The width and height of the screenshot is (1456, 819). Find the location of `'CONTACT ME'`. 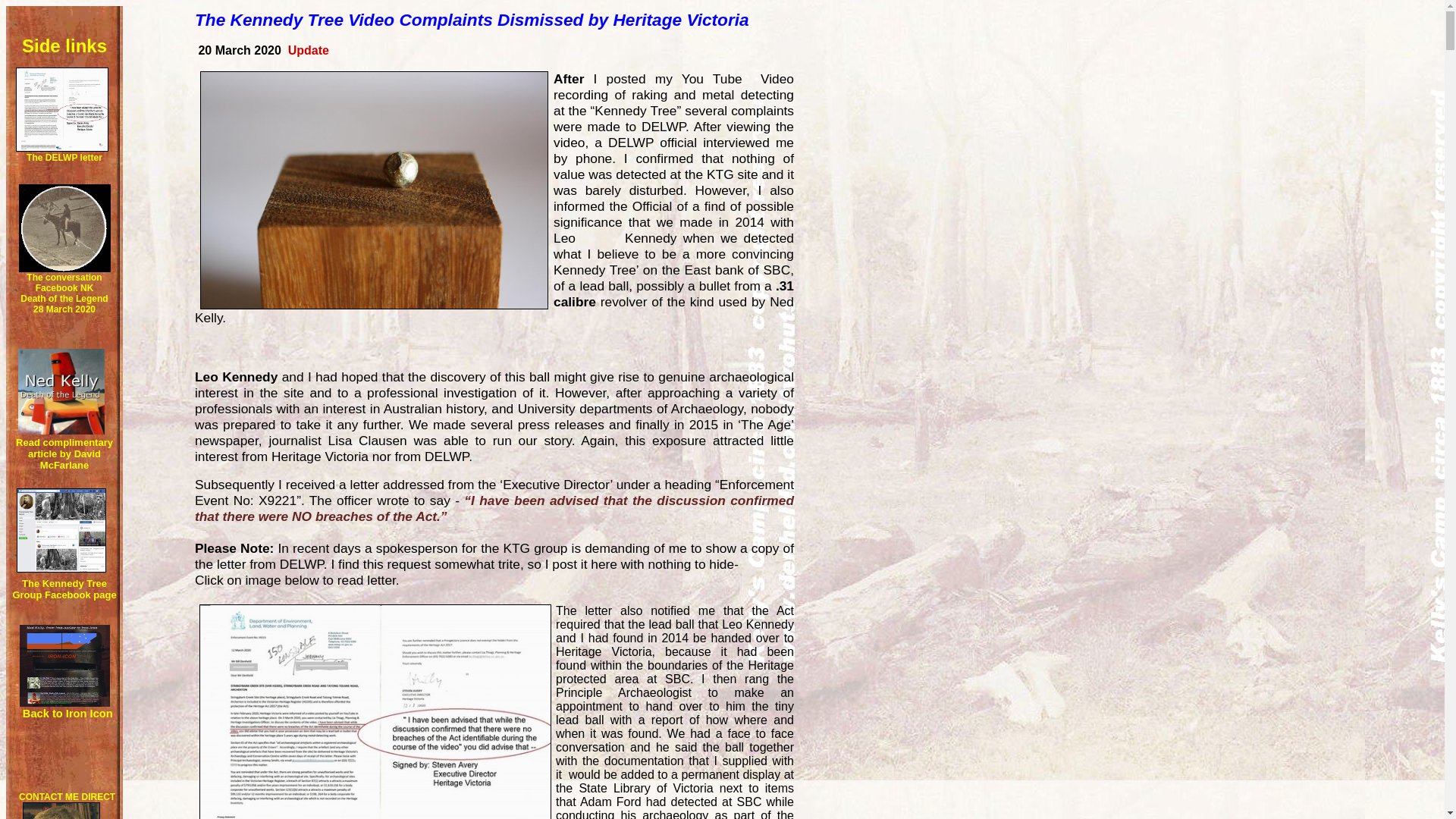

'CONTACT ME' is located at coordinates (49, 795).